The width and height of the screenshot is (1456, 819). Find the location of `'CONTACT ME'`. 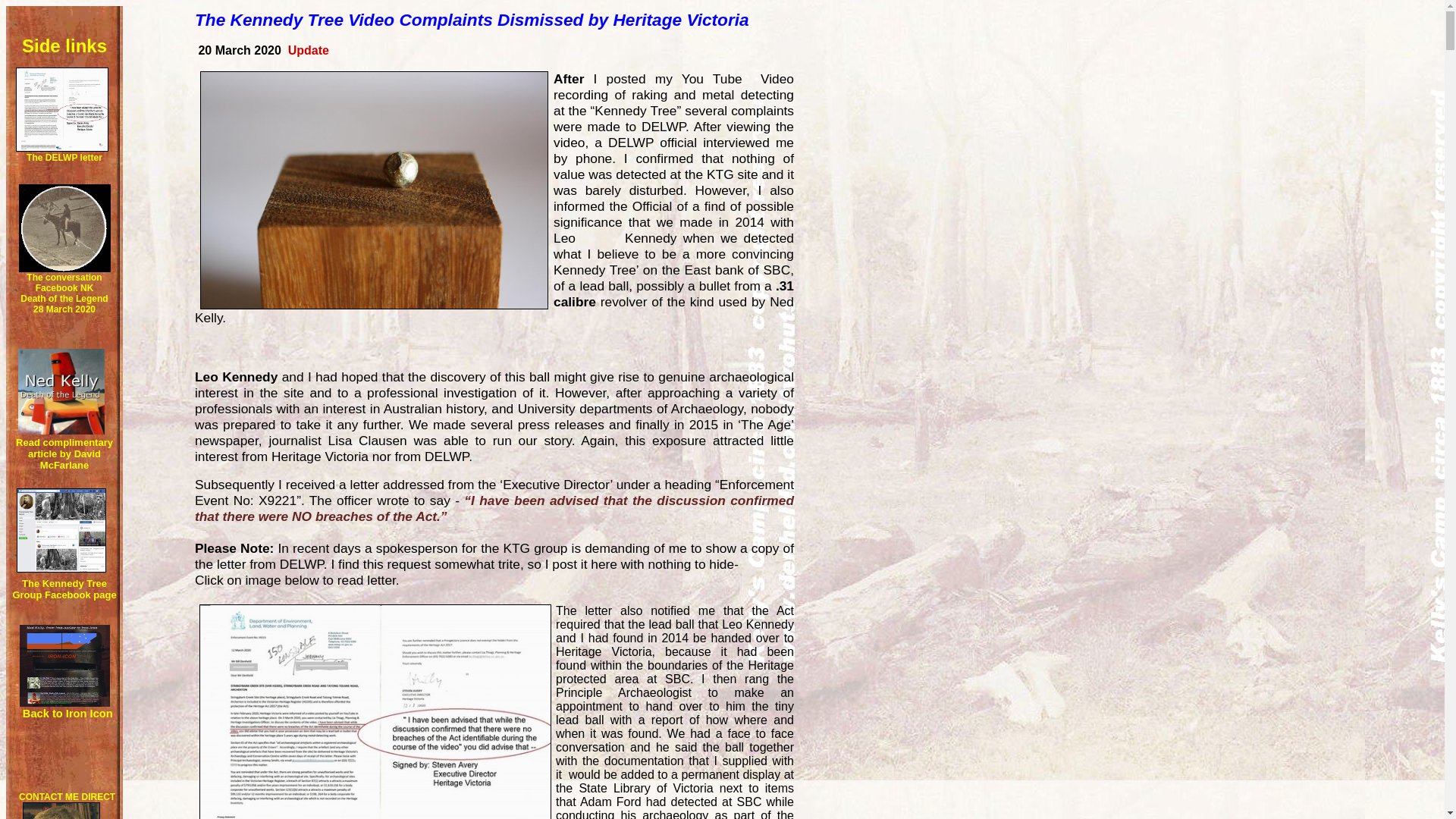

'CONTACT ME' is located at coordinates (49, 795).